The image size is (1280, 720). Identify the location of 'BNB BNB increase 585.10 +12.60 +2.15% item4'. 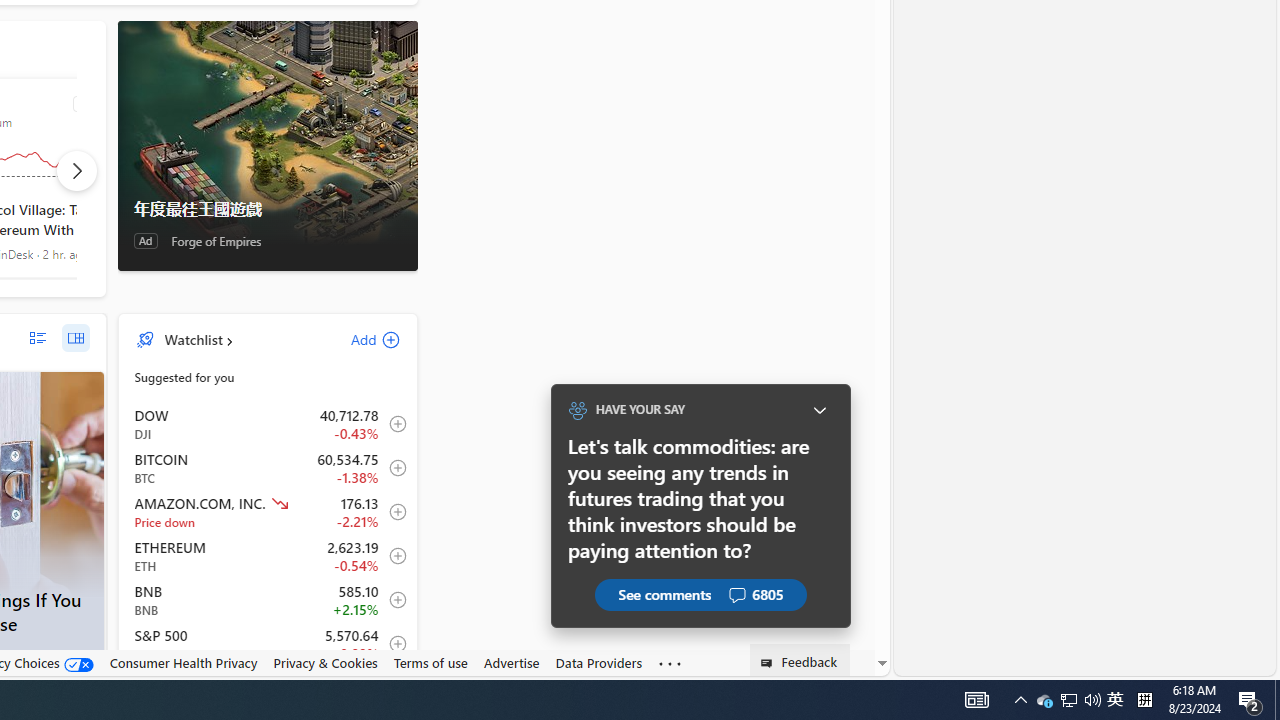
(267, 599).